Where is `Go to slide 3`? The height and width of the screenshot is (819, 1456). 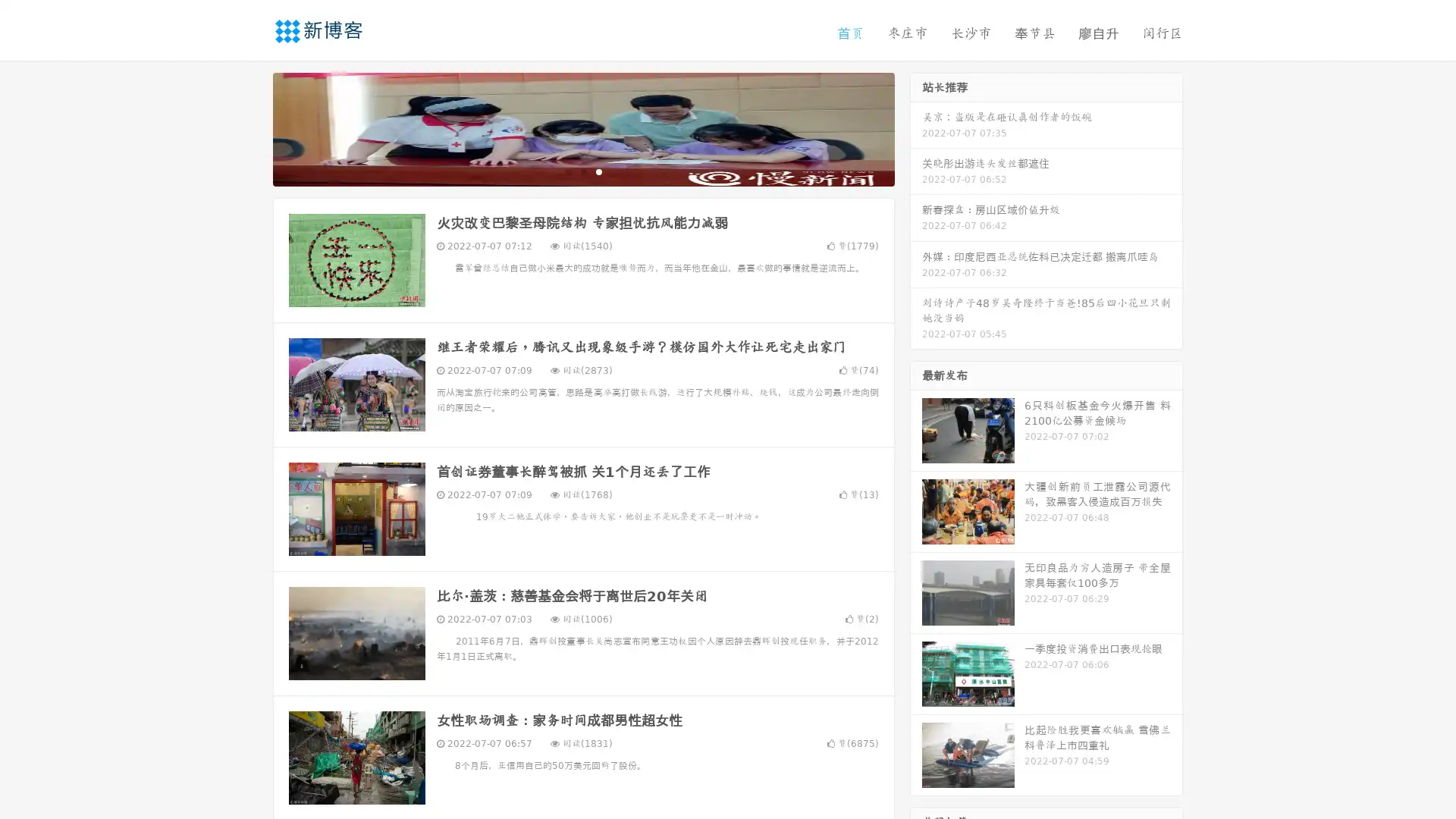
Go to slide 3 is located at coordinates (598, 171).